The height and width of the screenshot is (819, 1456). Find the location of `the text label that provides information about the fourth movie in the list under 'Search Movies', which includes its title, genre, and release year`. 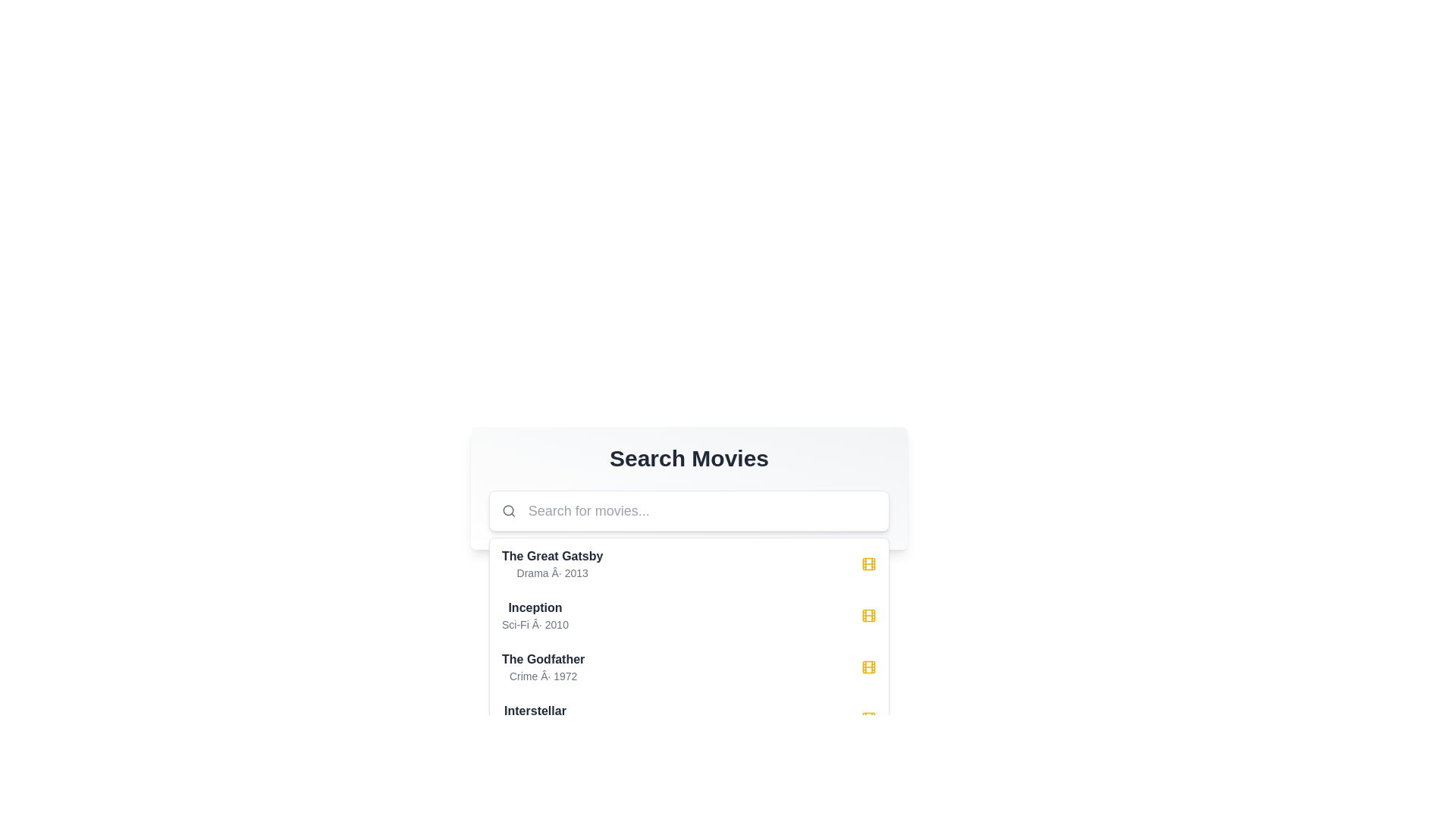

the text label that provides information about the fourth movie in the list under 'Search Movies', which includes its title, genre, and release year is located at coordinates (535, 718).